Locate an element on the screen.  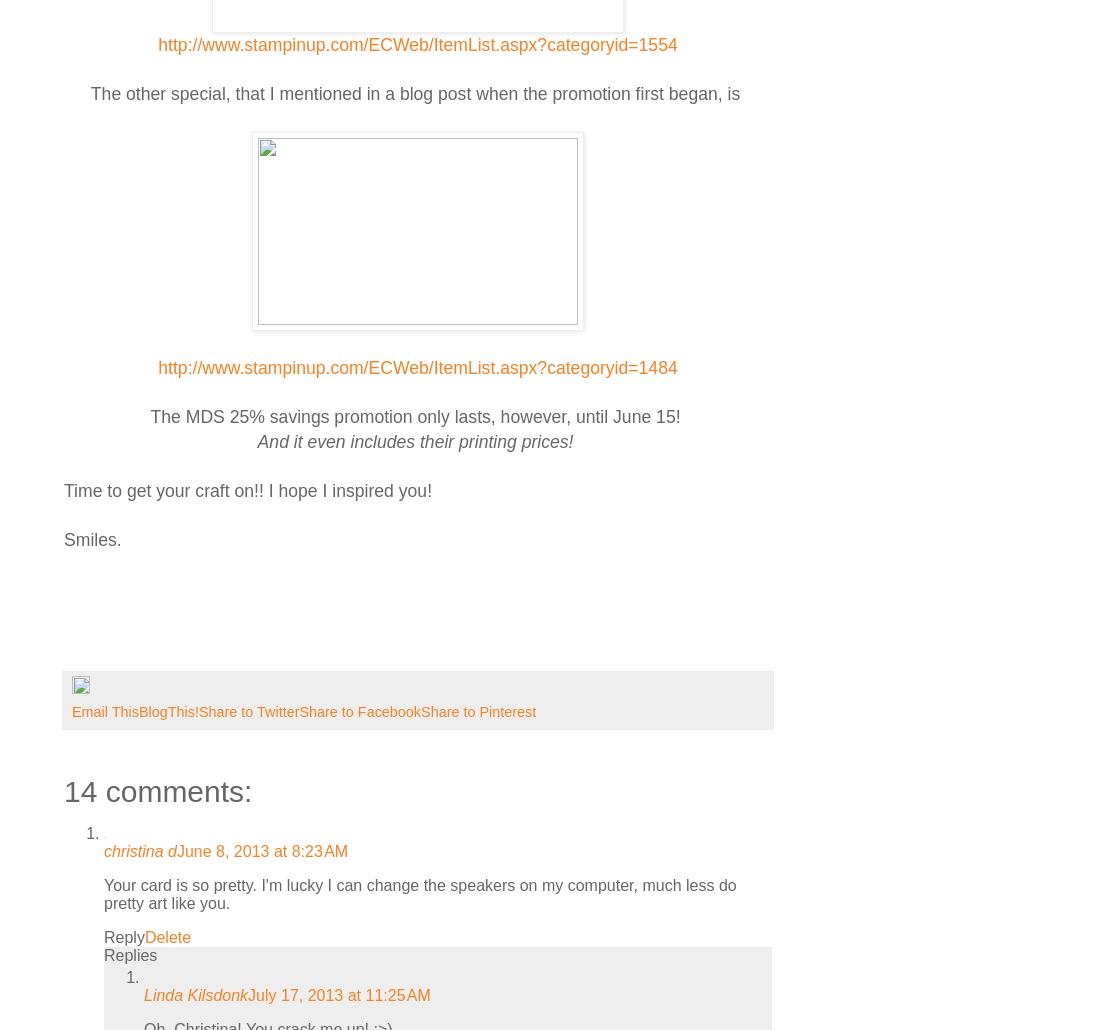
'Delete' is located at coordinates (166, 937).